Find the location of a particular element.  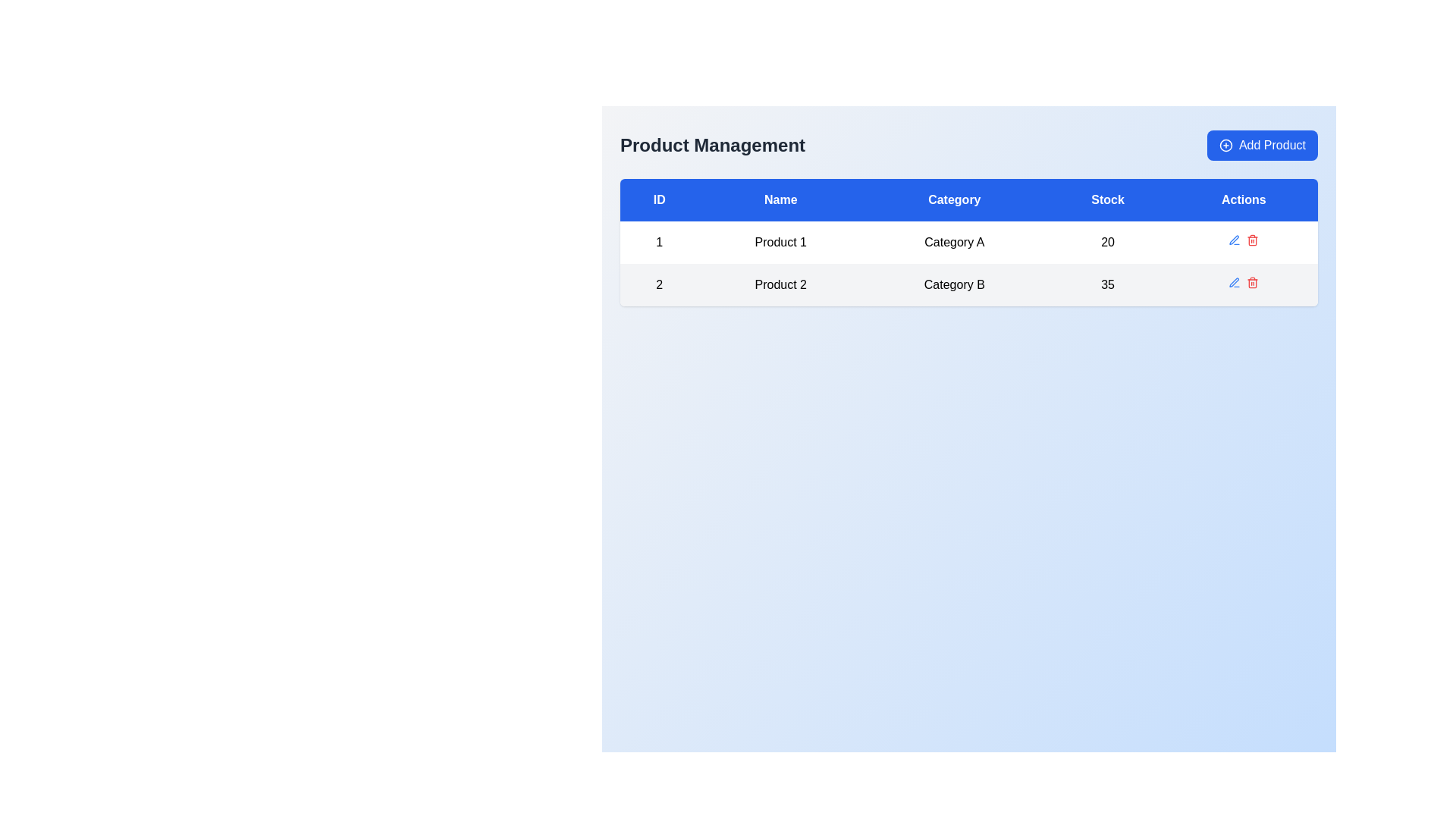

the icon representing the 'Add Product' function, located on the left side of the 'Add Product' button at the top-right corner of the layout is located at coordinates (1226, 146).